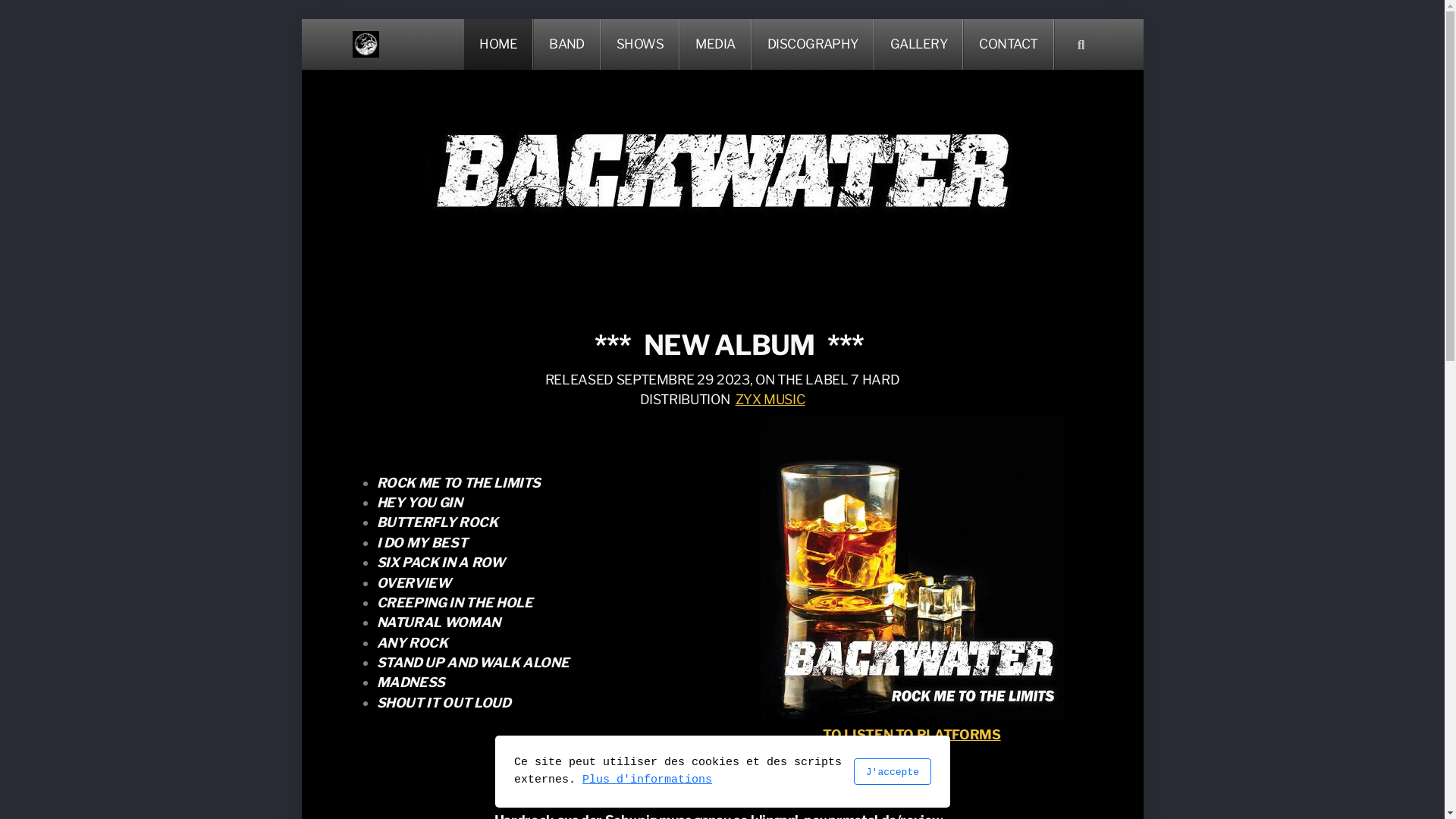  I want to click on 'DISCOGRAPHY', so click(752, 43).